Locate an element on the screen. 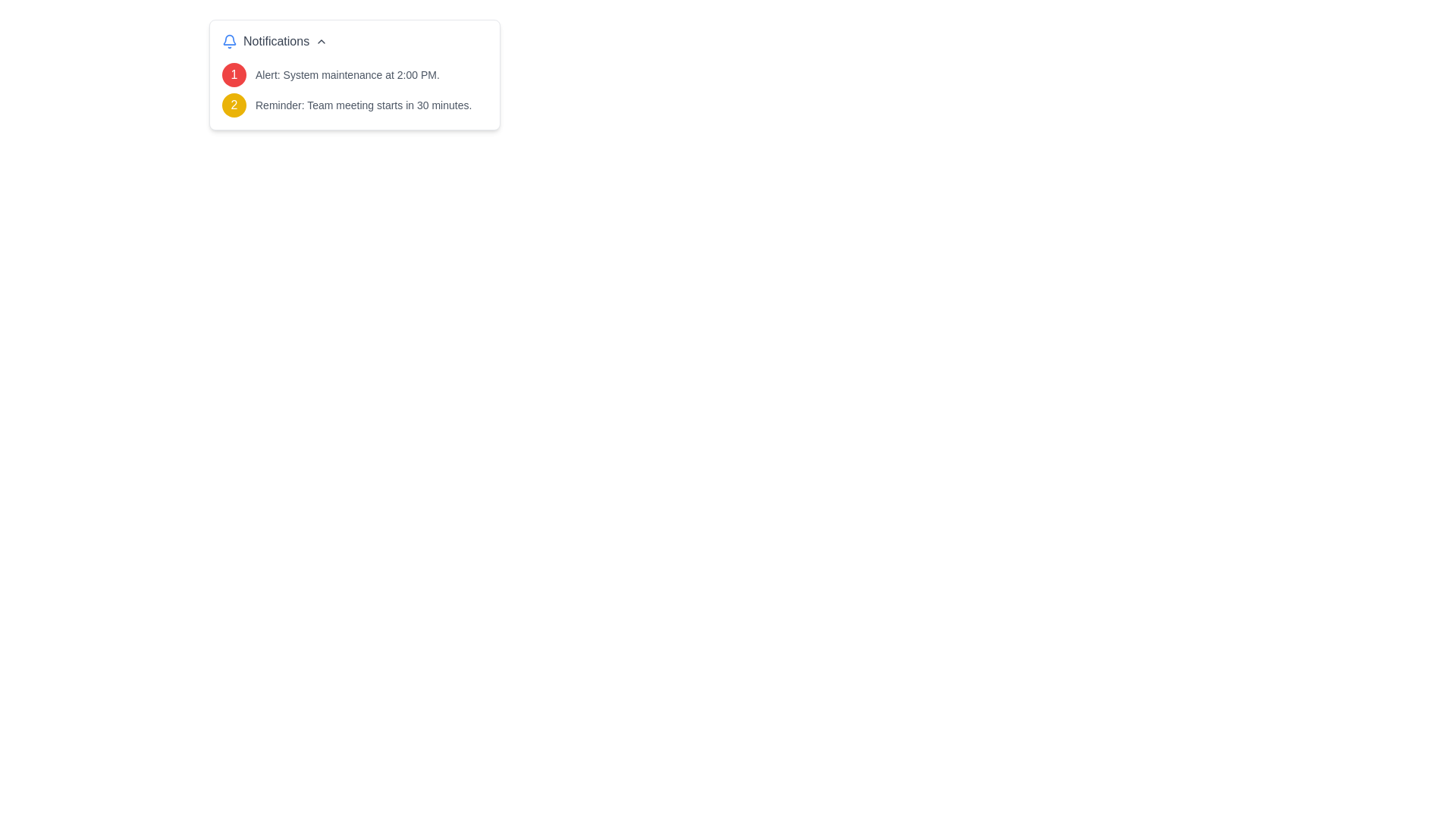  the Notification list located within the 'Notifications' box is located at coordinates (353, 90).